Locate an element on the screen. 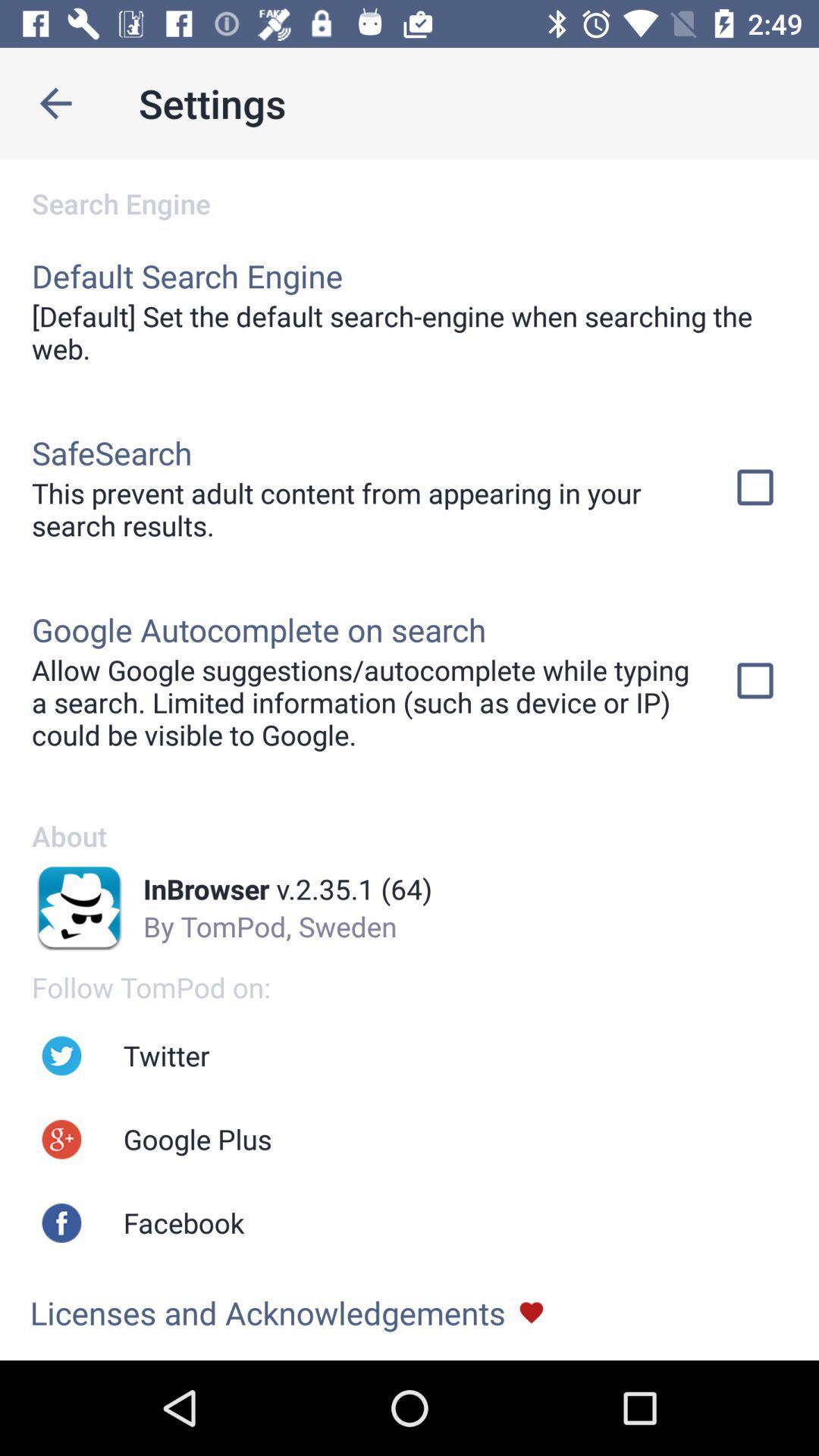  the icon below the google plus icon is located at coordinates (183, 1222).